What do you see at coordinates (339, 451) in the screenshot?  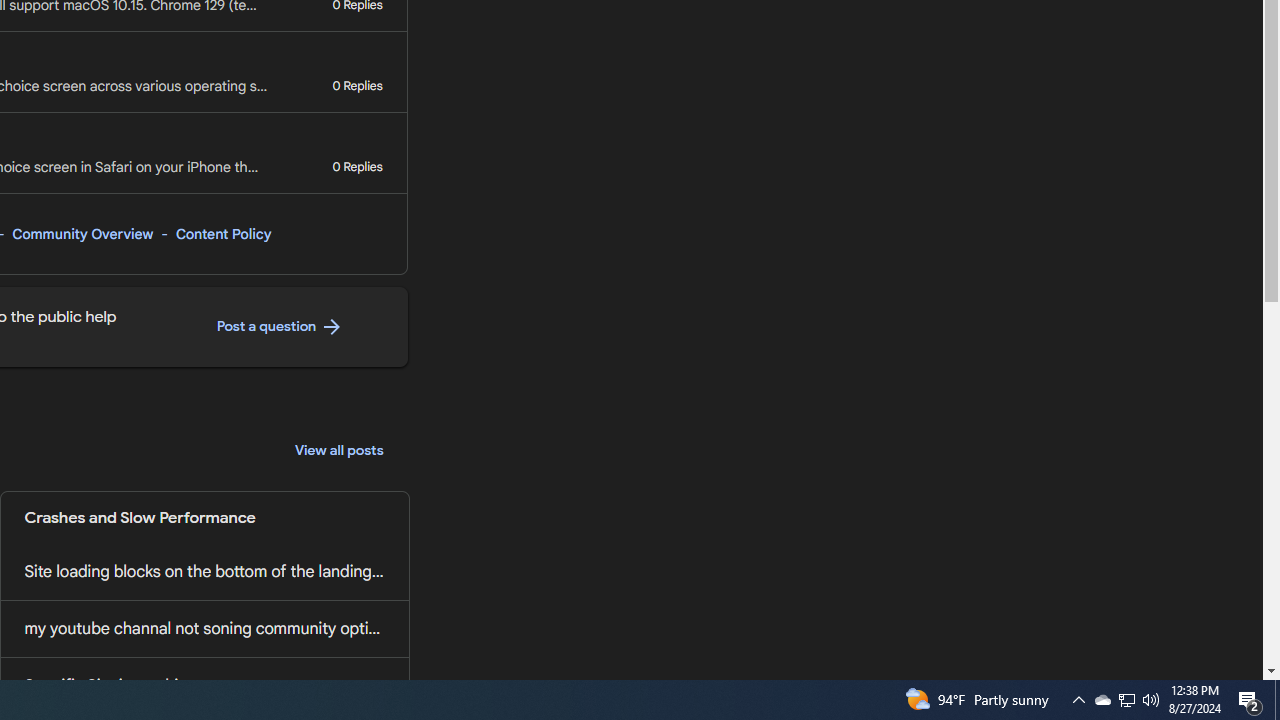 I see `'View all posts'` at bounding box center [339, 451].